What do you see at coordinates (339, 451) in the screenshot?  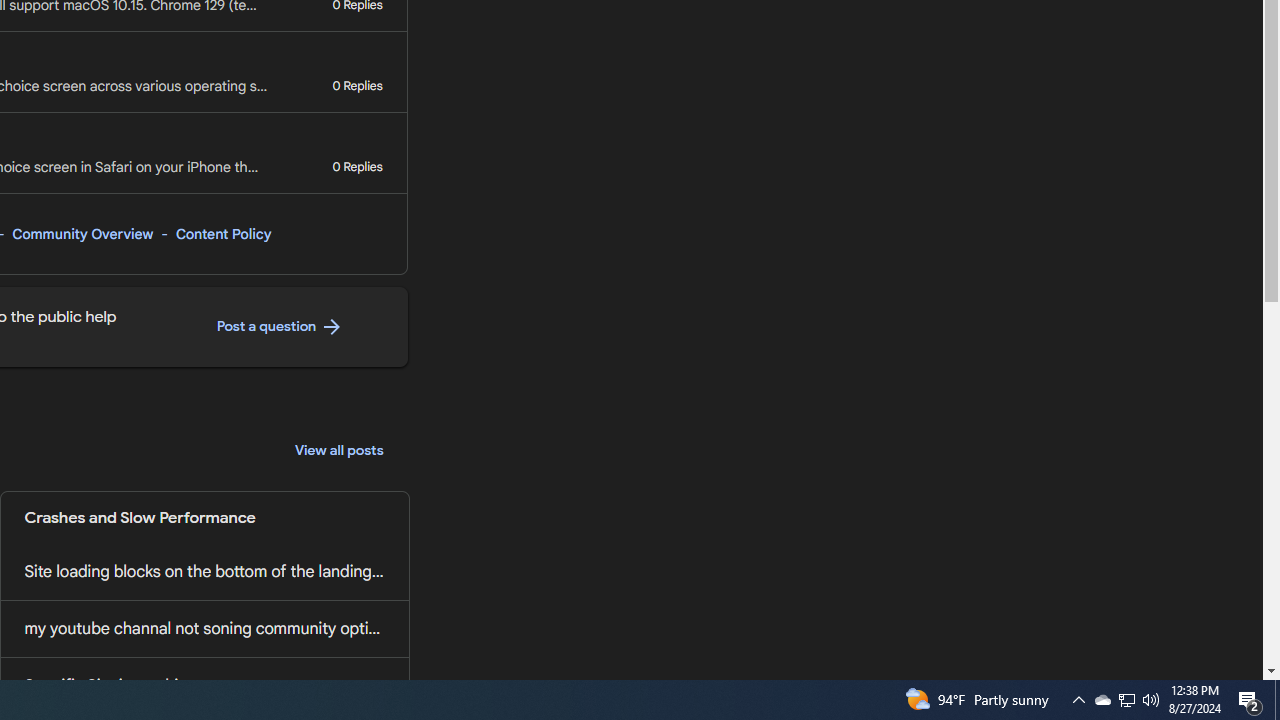 I see `'View all posts'` at bounding box center [339, 451].